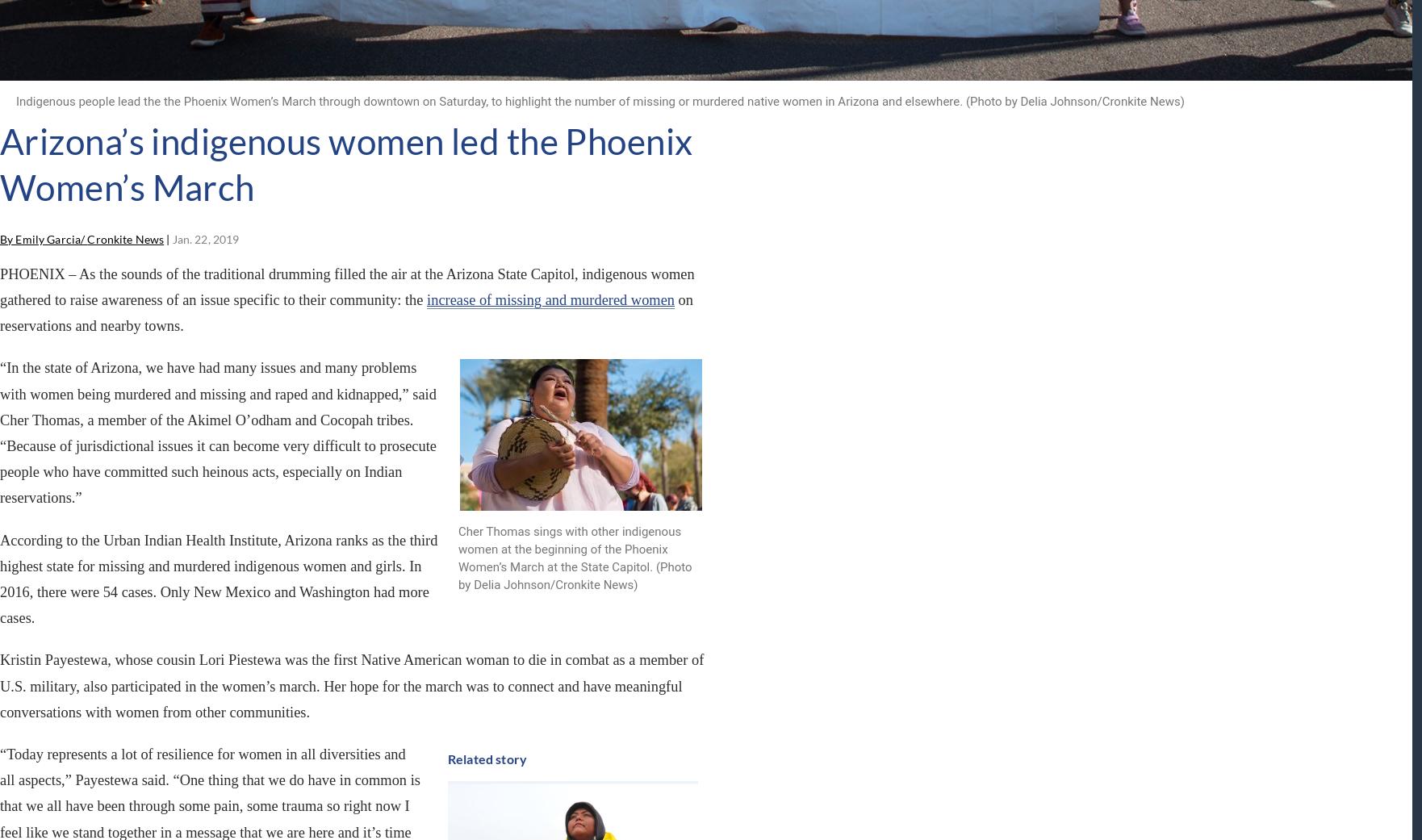 This screenshot has width=1422, height=840. I want to click on 'USE OUR CONTENT', so click(508, 652).